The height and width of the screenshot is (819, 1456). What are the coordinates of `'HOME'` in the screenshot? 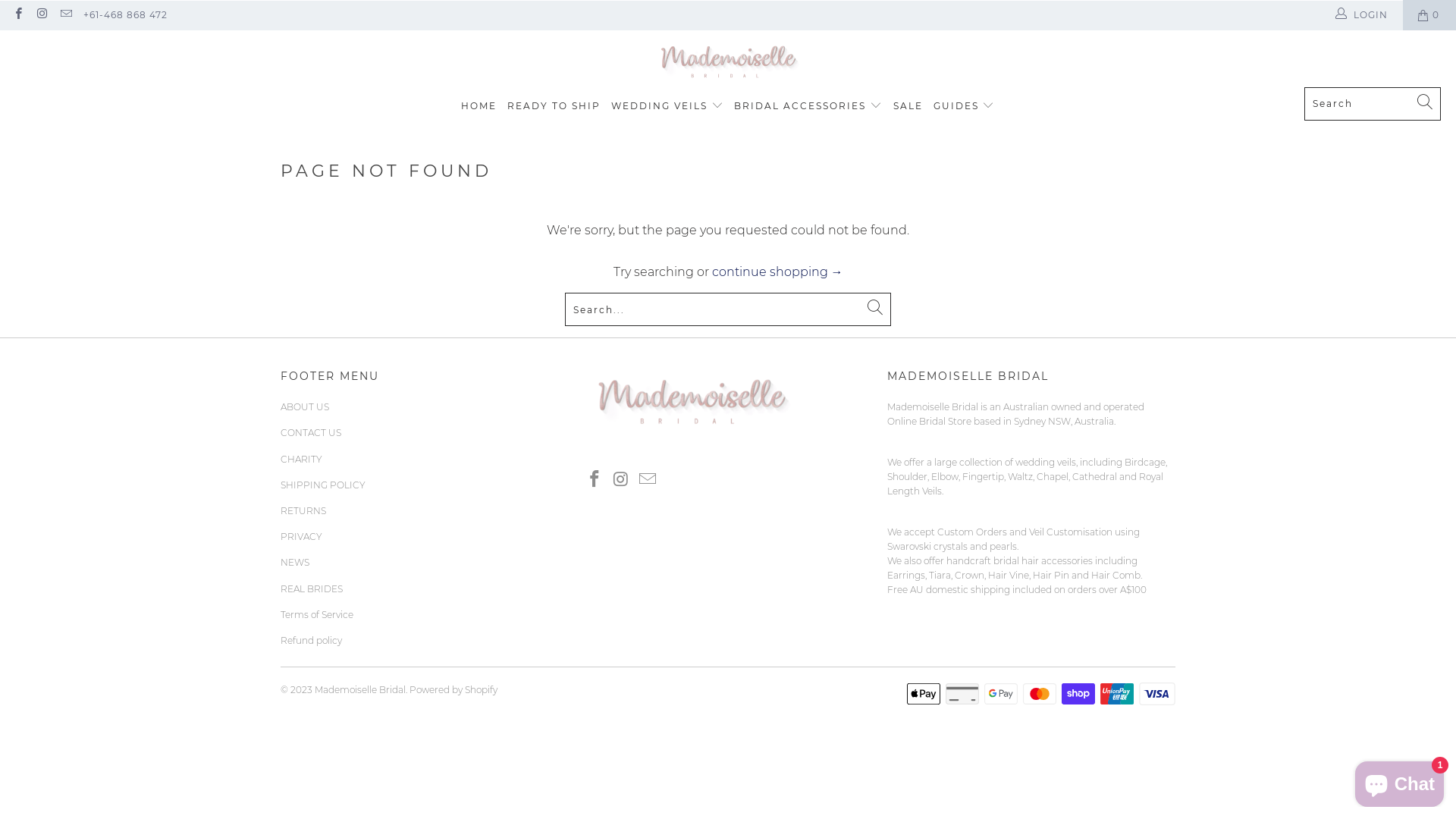 It's located at (460, 105).